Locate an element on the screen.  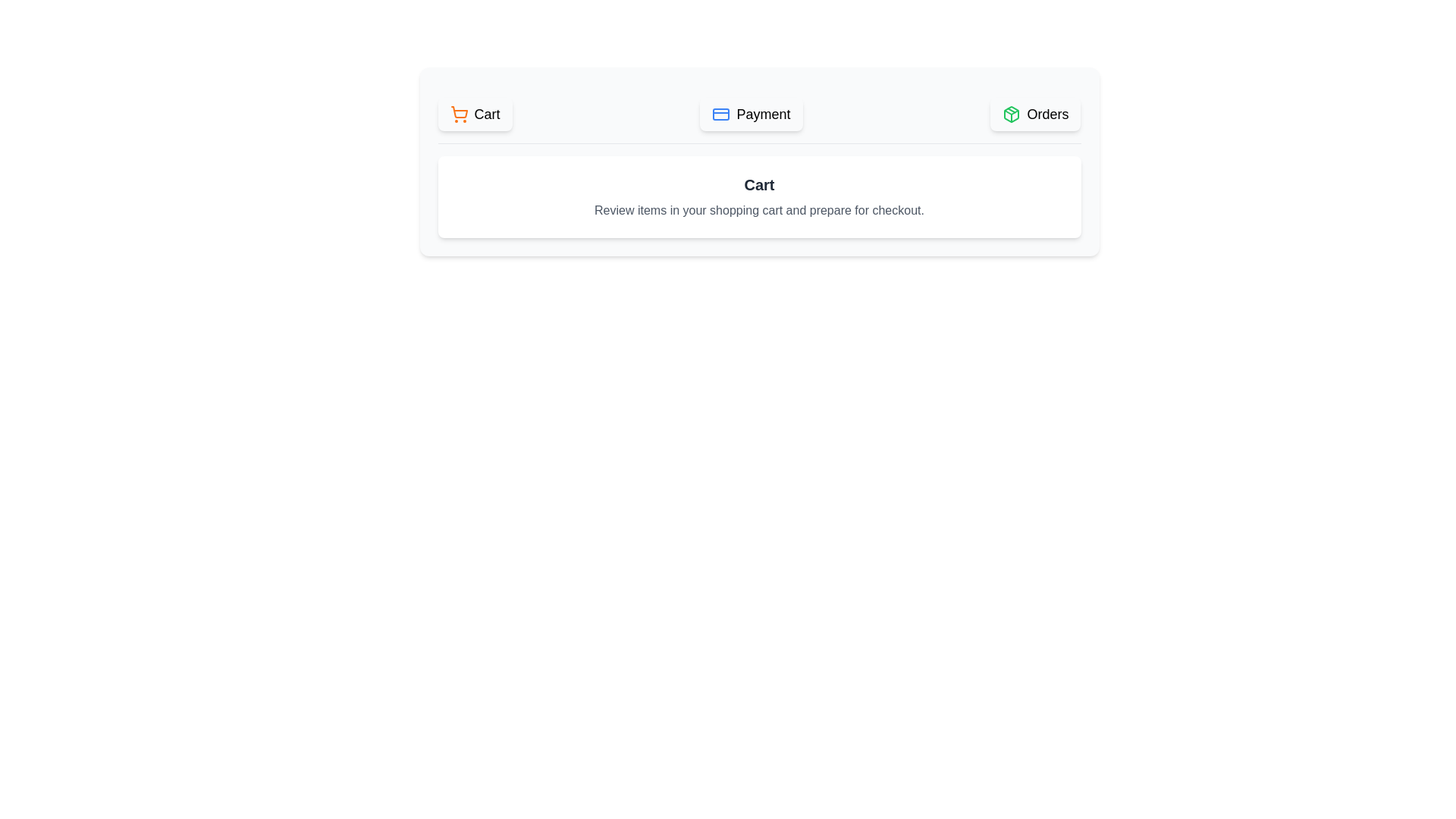
the button labeled Orders to observe its hover effect is located at coordinates (1035, 113).